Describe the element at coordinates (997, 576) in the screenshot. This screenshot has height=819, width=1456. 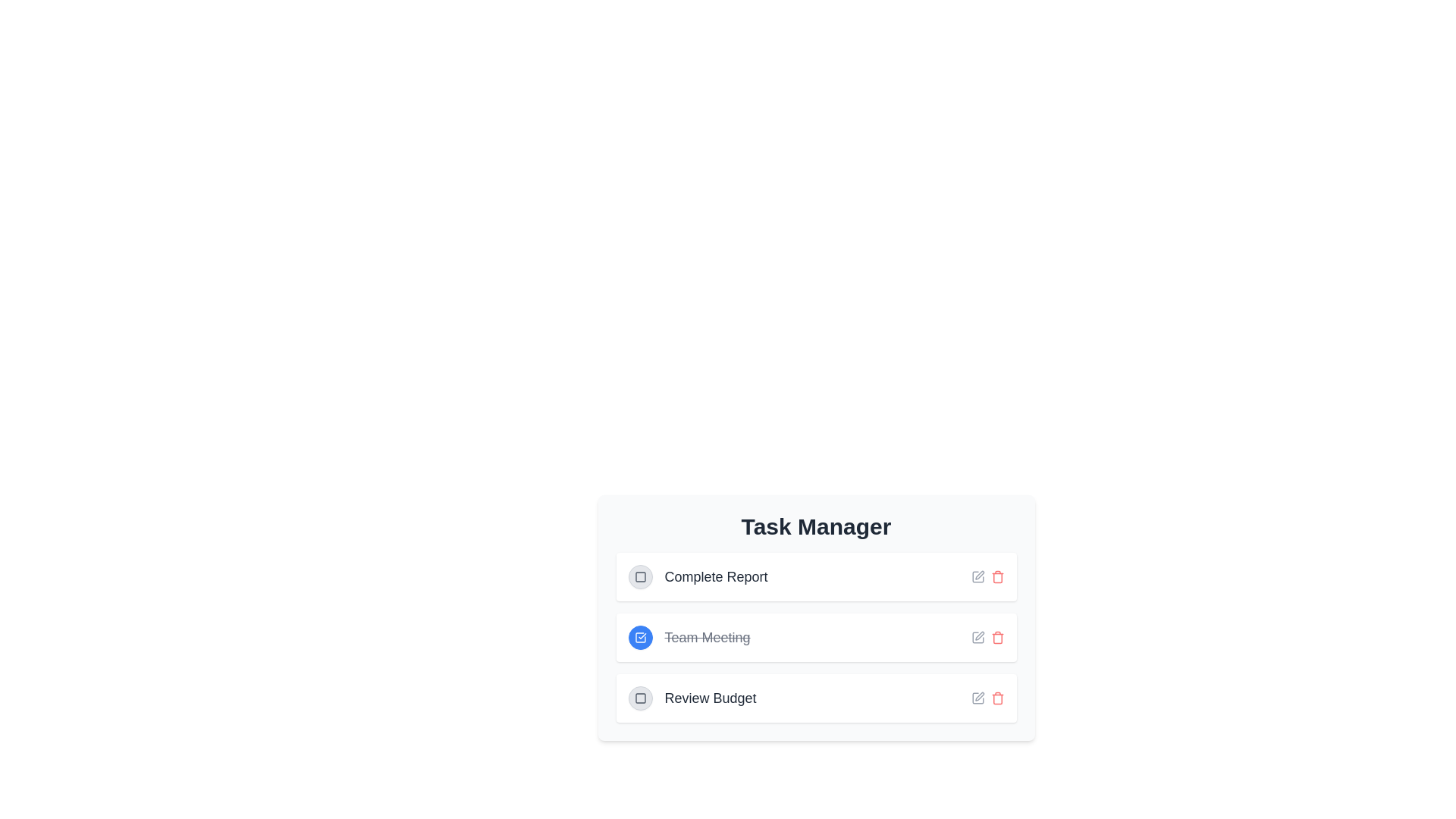
I see `the delete button for the task 'Complete Report'` at that location.